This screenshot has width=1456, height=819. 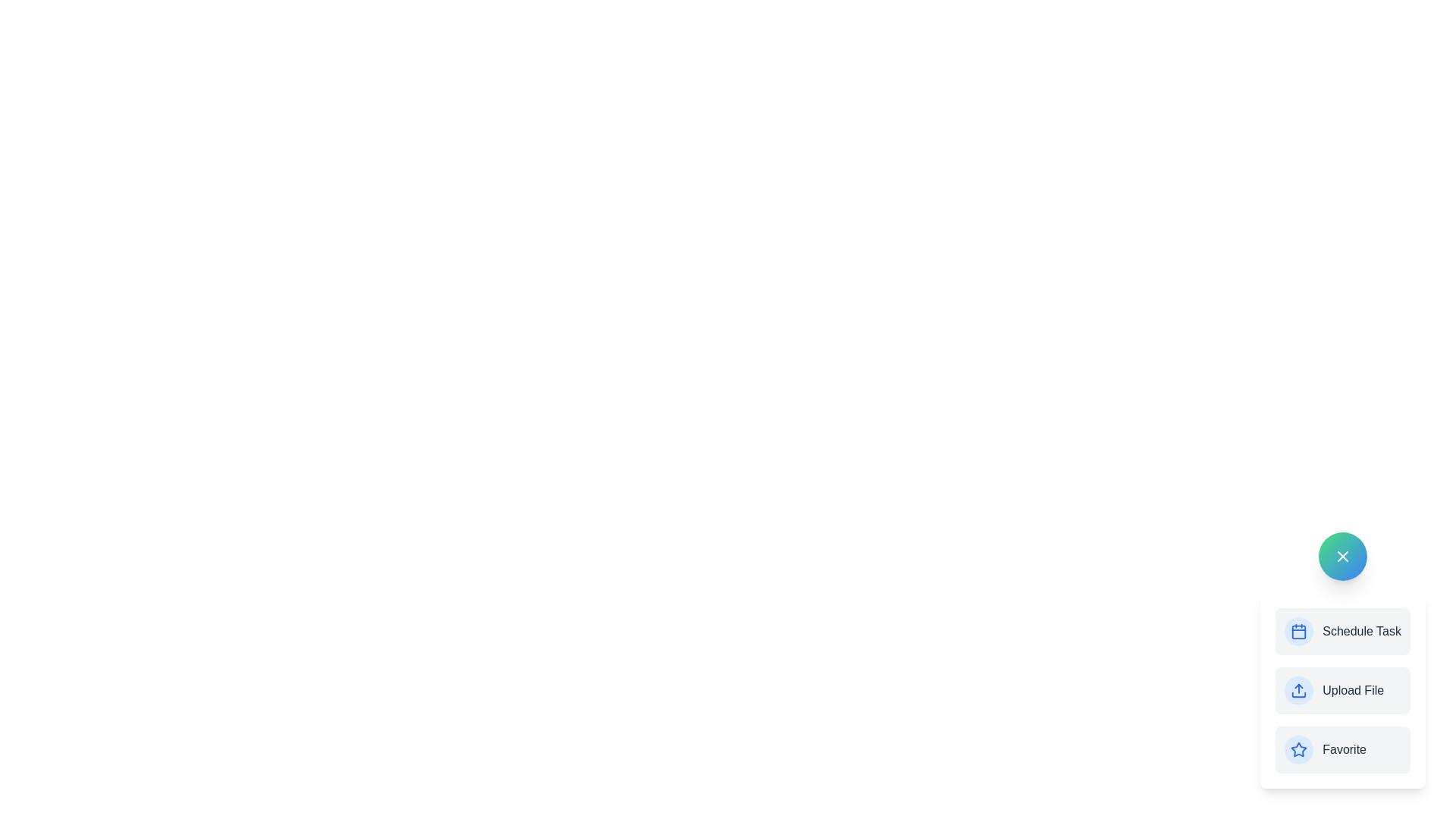 What do you see at coordinates (1343, 748) in the screenshot?
I see `the 'Favorite' button to mark it as a favorite` at bounding box center [1343, 748].